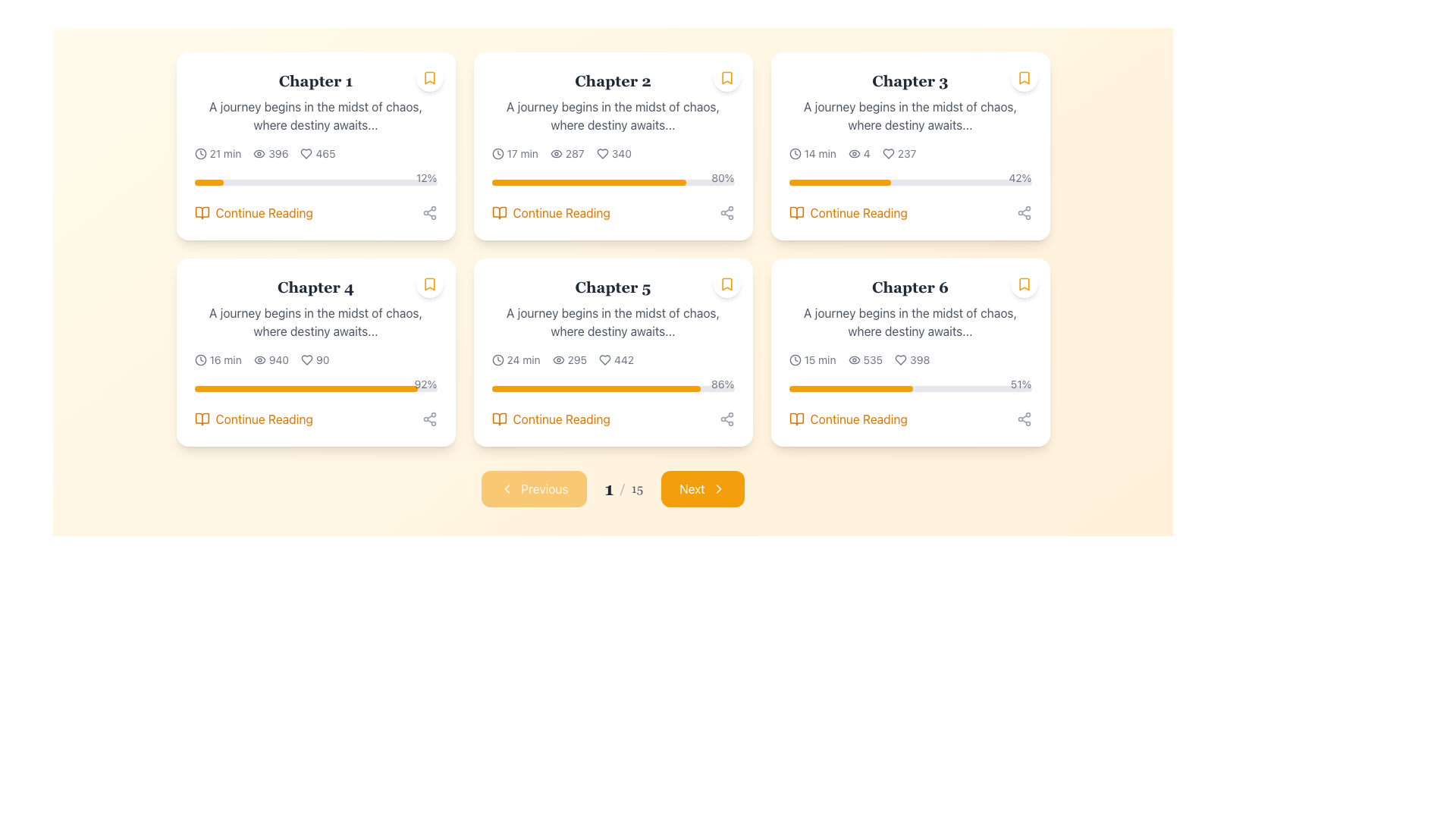 Image resolution: width=1456 pixels, height=819 pixels. What do you see at coordinates (199, 359) in the screenshot?
I see `the SVG circle element within the clock icon located in the 'Chapter 4' card, positioned before the '16 min' reading time text` at bounding box center [199, 359].